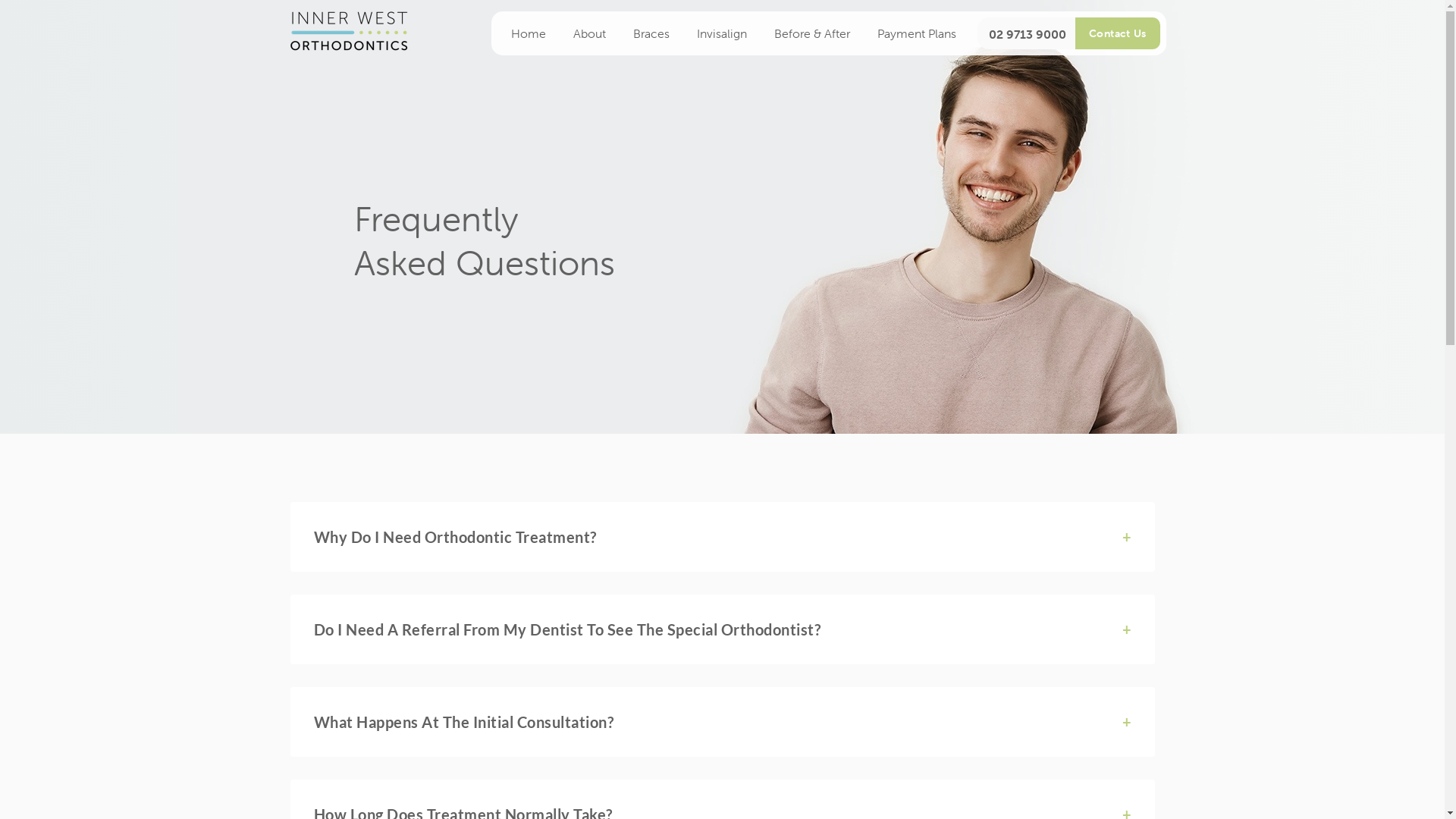 Image resolution: width=1456 pixels, height=819 pixels. Describe the element at coordinates (651, 33) in the screenshot. I see `'Braces'` at that location.